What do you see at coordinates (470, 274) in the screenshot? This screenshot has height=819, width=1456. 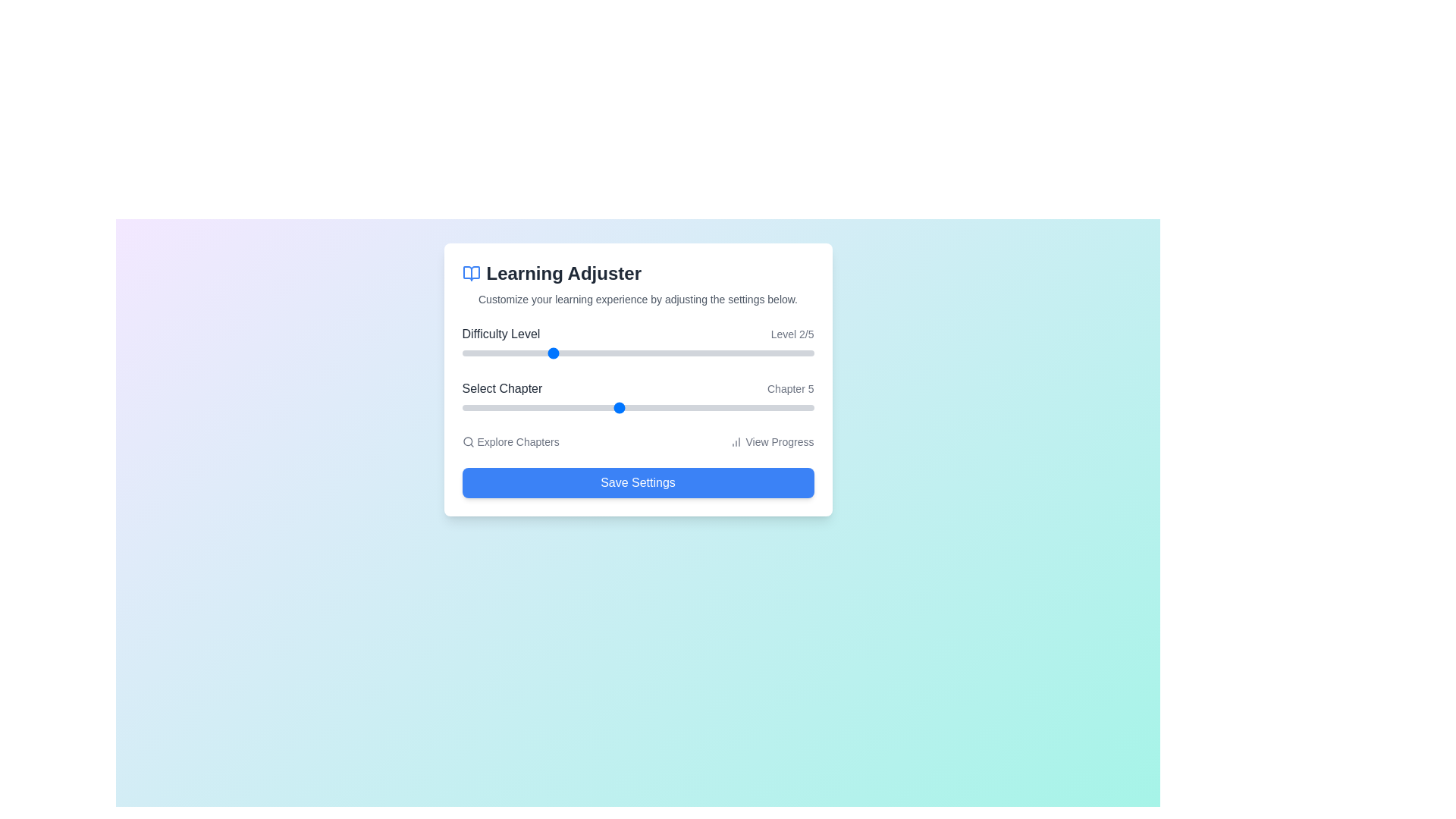 I see `the right page of the open book icon adjacent to the 'Learning Adjuster' title` at bounding box center [470, 274].